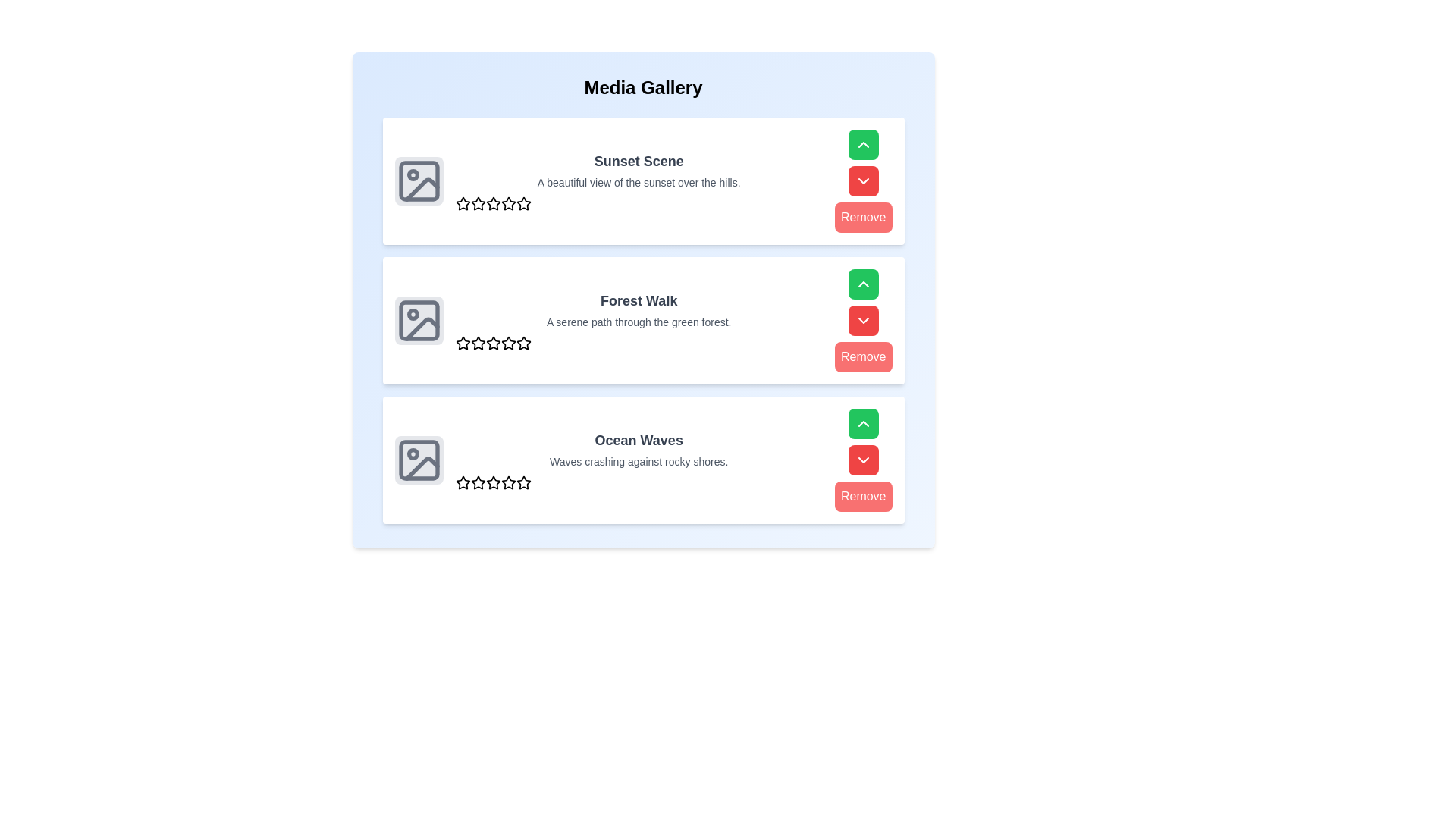 The width and height of the screenshot is (1456, 819). I want to click on 'Remove' button for the media item titled 'Forest Walk', so click(863, 356).